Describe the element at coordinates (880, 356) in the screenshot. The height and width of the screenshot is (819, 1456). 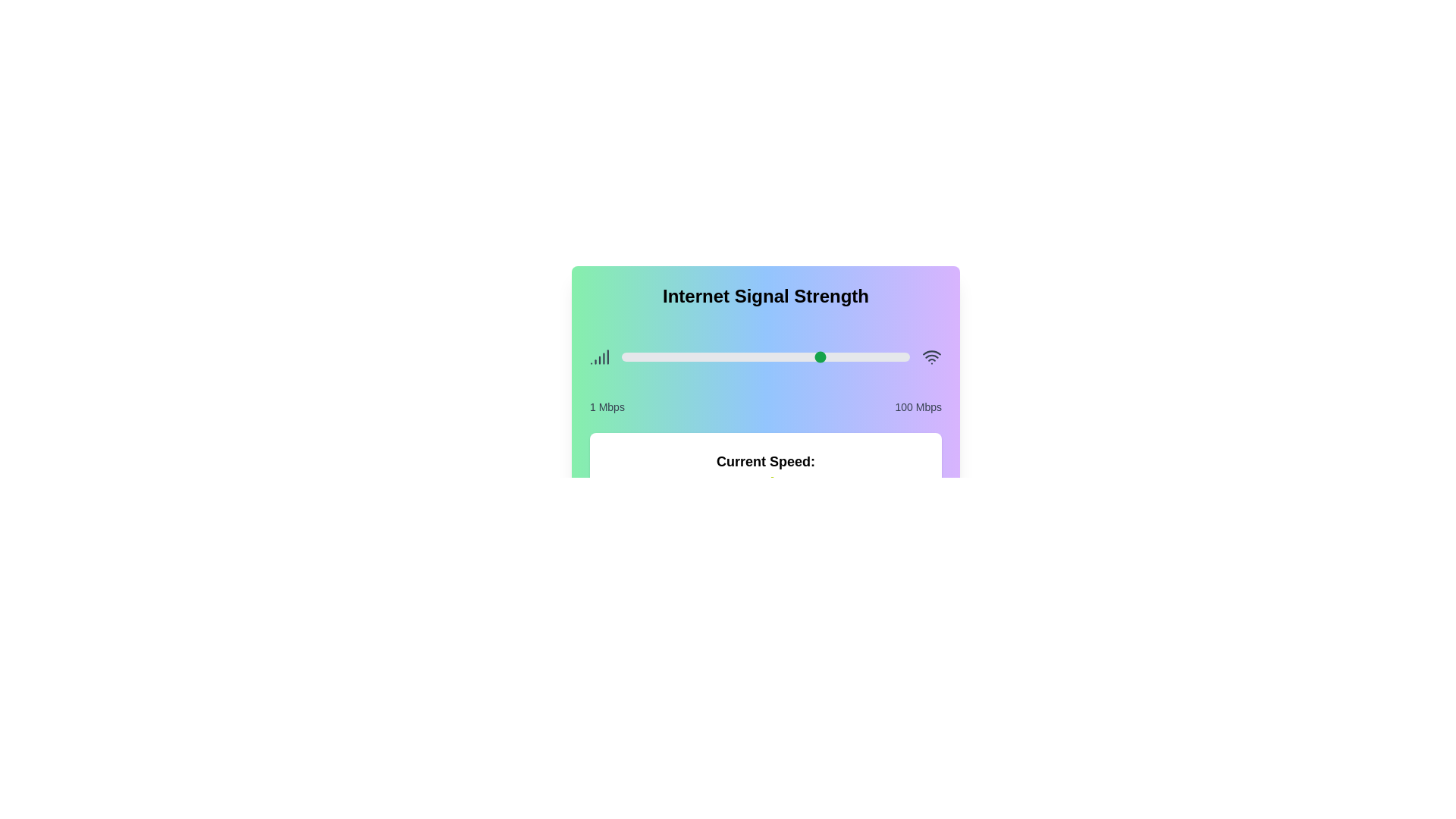
I see `the signal strength slider to 90 percentage` at that location.